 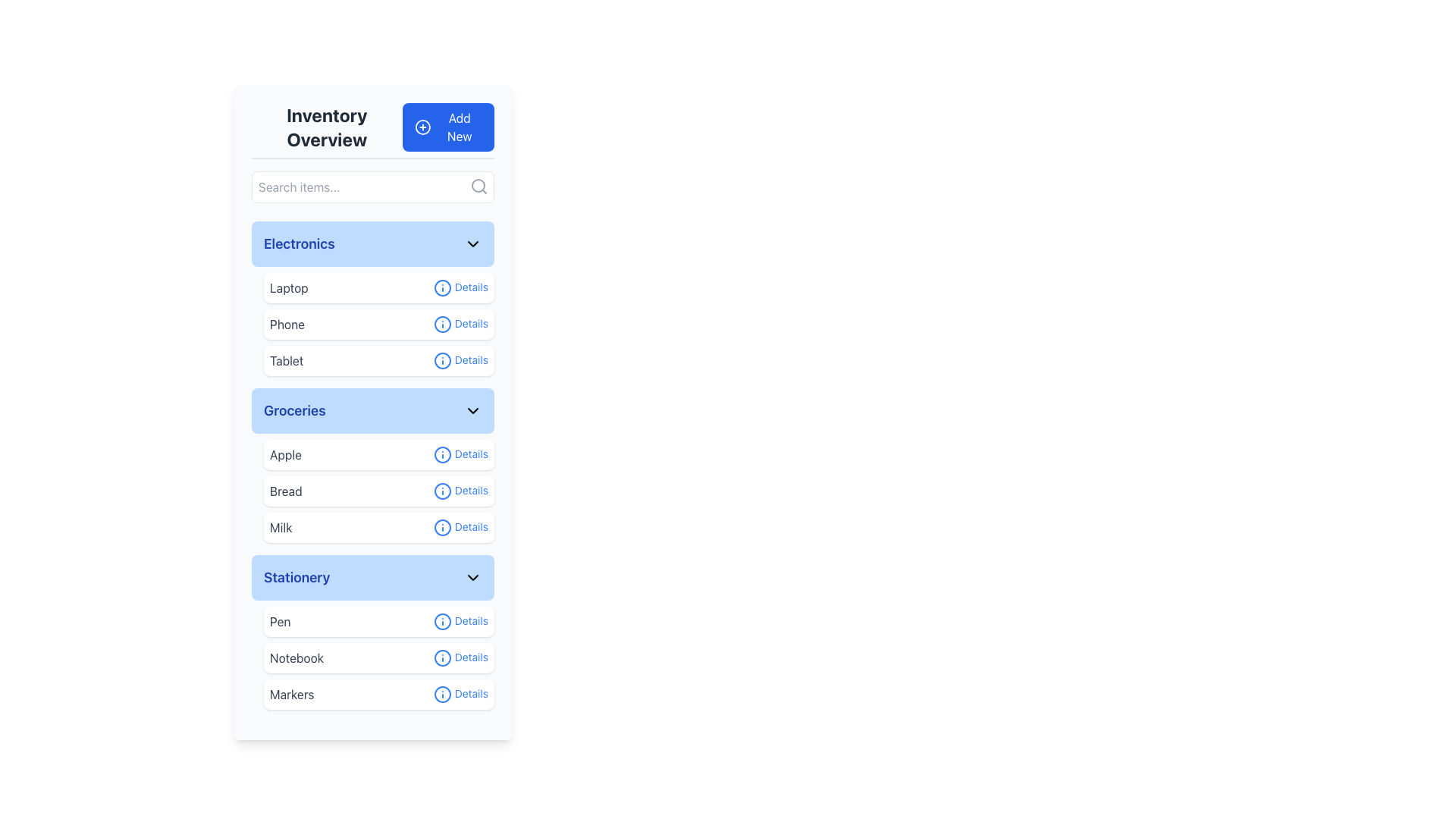 I want to click on the circular blue outlined icon representing 'info' located in the second row under the 'Electronics' section, positioned to the right of 'Phone' and before the 'Details' text, so click(x=441, y=324).